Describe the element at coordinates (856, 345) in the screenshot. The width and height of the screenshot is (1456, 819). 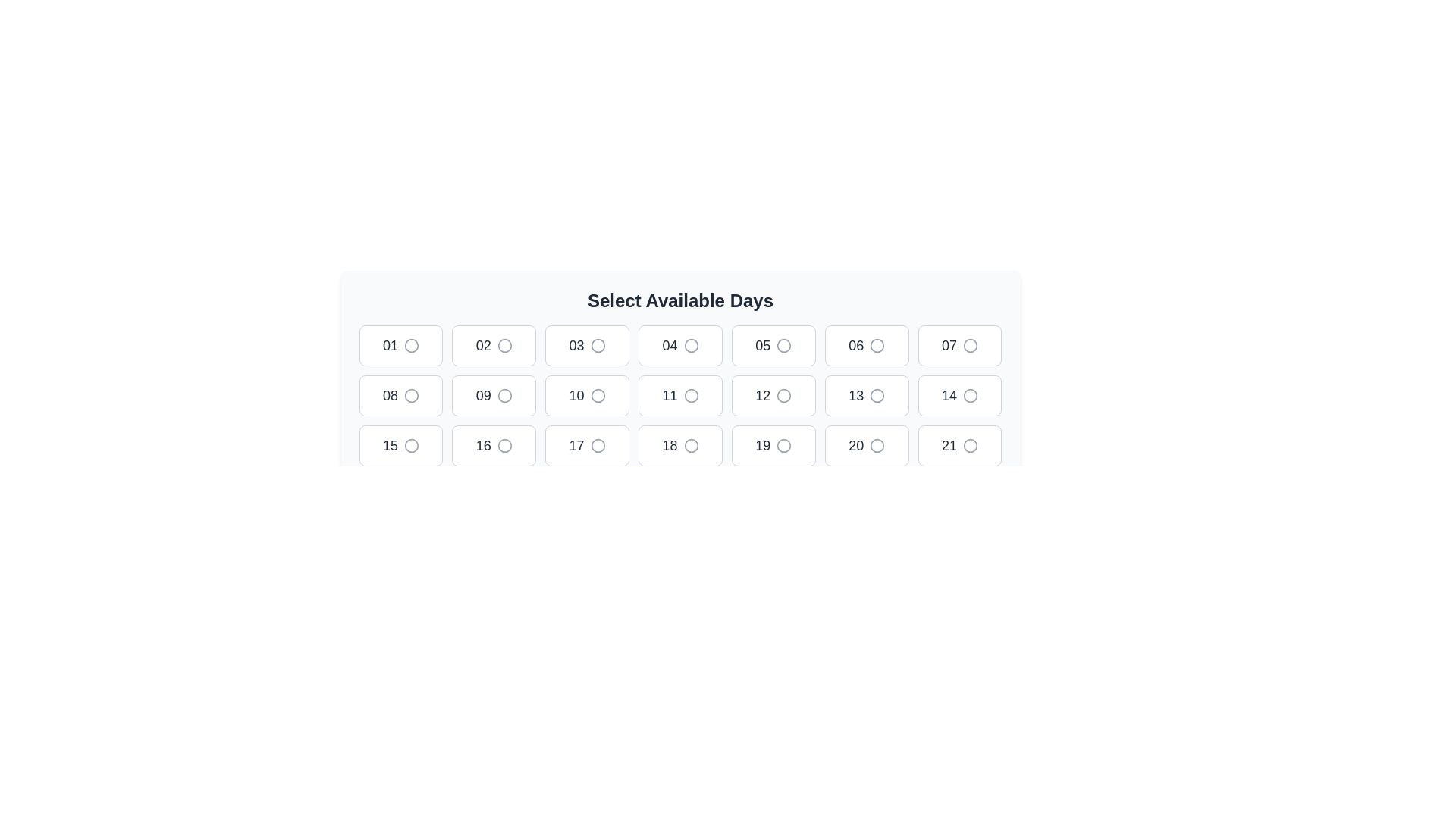
I see `label representing the 6th day of the month located in the first row and sixth column of the grid layout` at that location.